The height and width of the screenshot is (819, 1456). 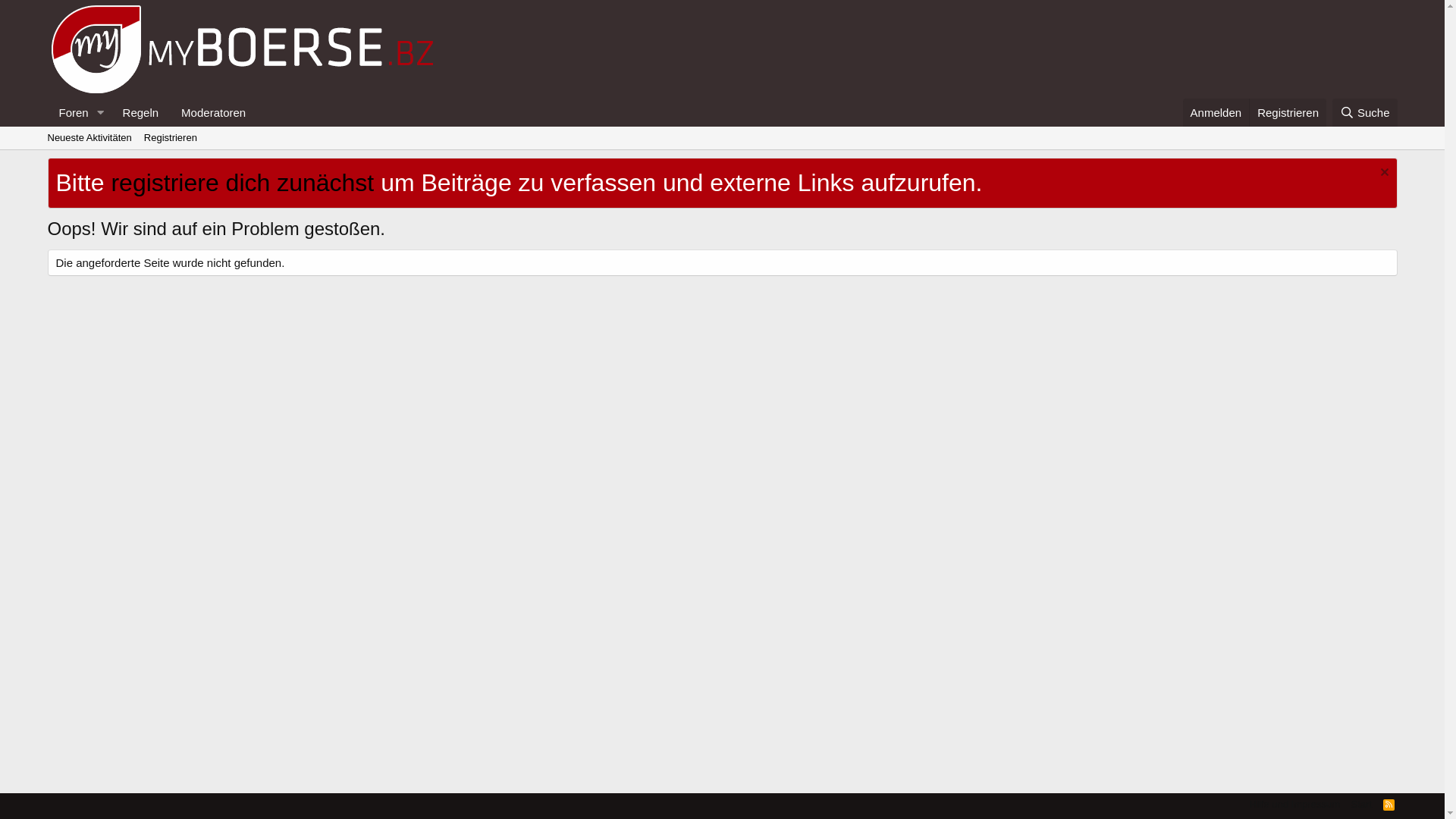 I want to click on 'RSS', so click(x=1389, y=803).